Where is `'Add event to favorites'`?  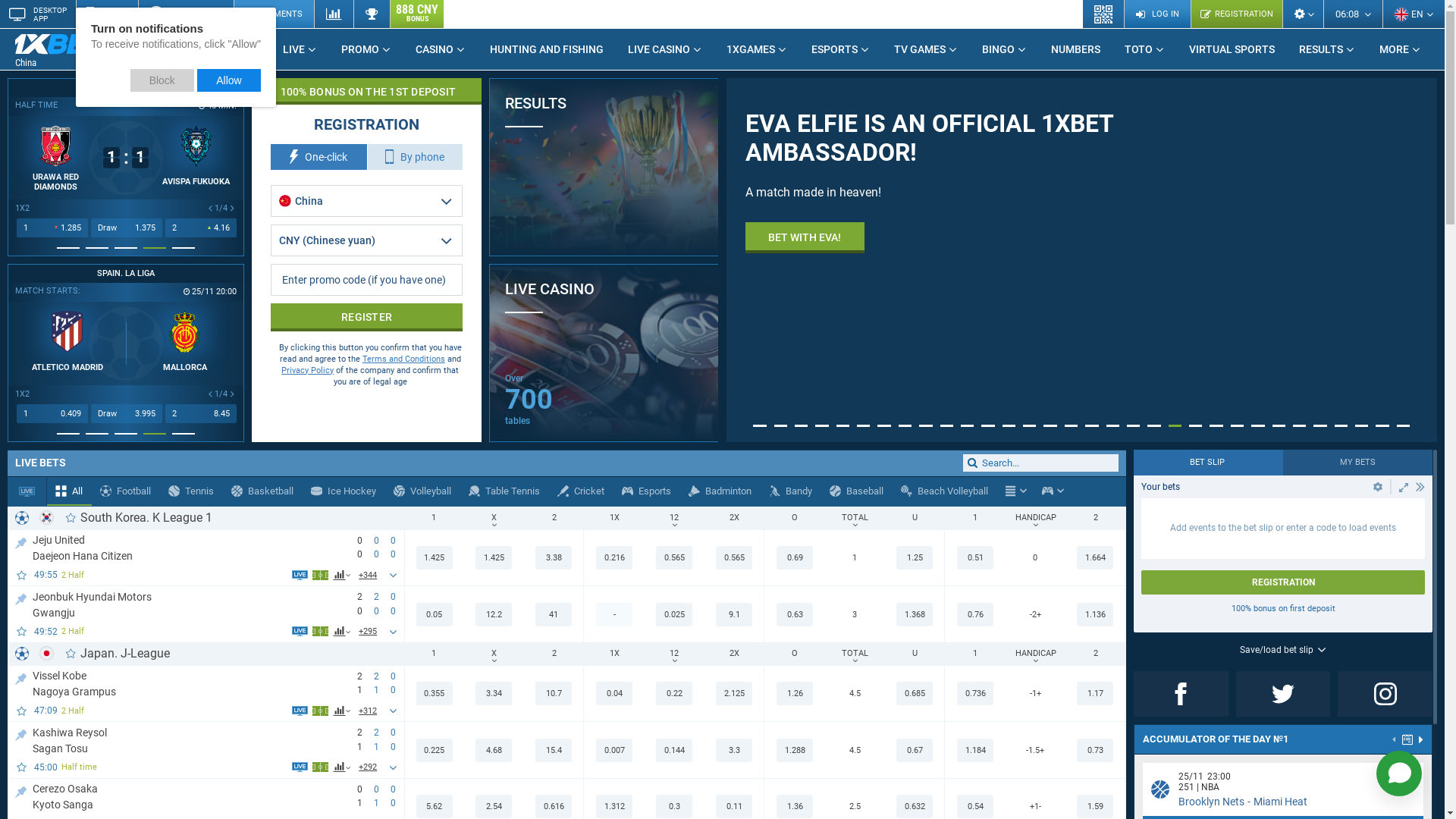 'Add event to favorites' is located at coordinates (22, 631).